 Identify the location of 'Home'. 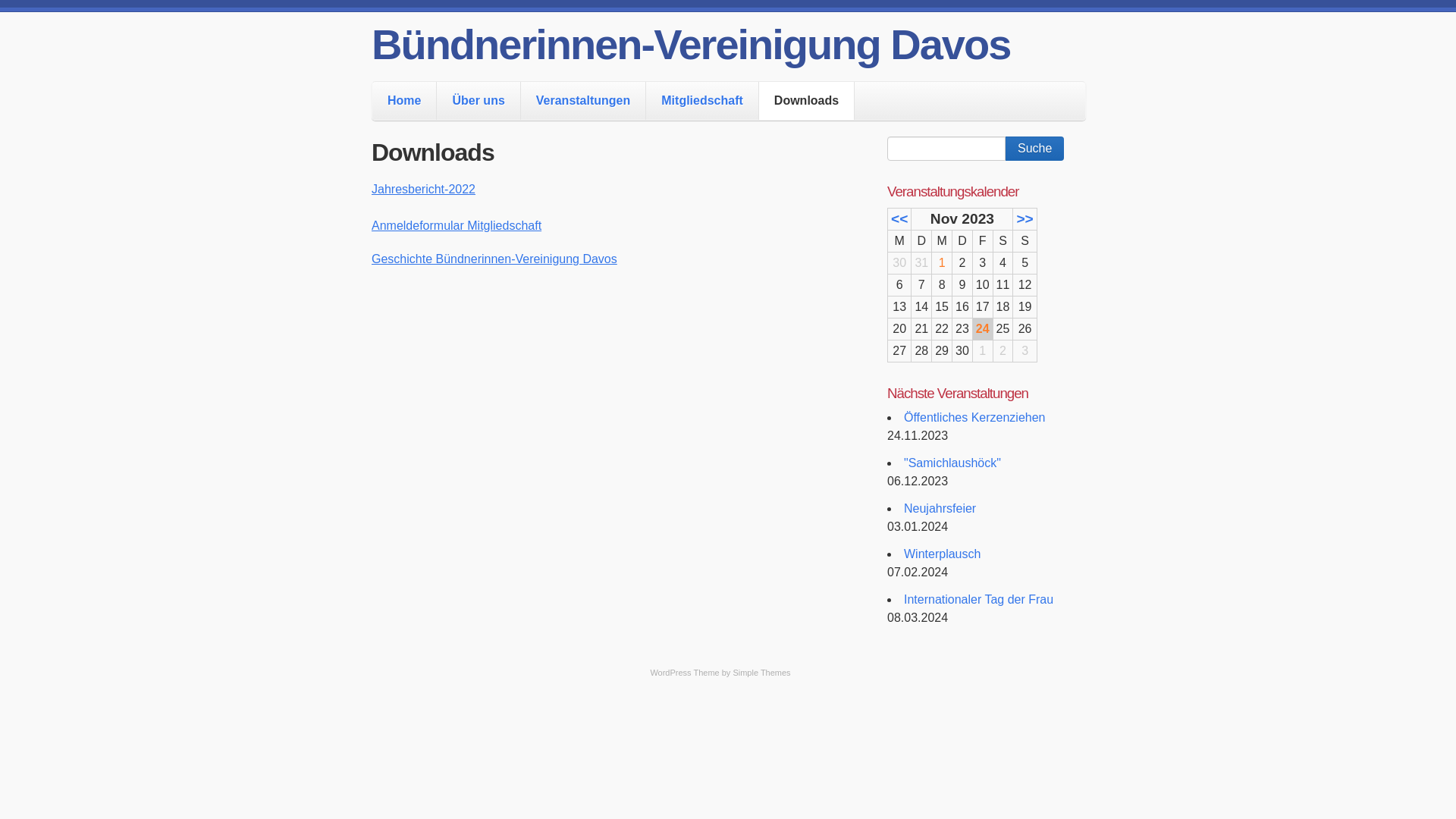
(403, 100).